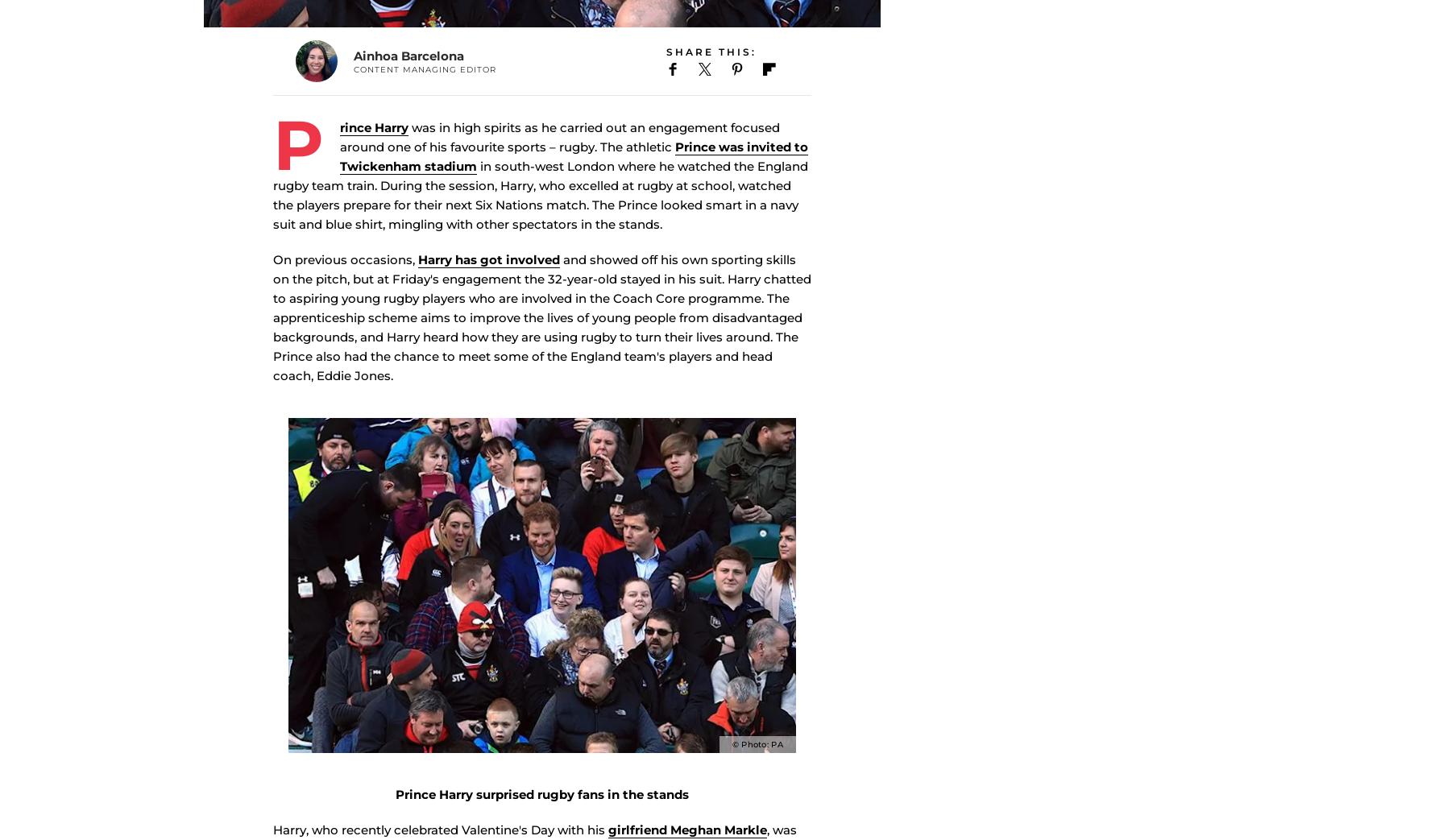 The image size is (1439, 840). Describe the element at coordinates (340, 168) in the screenshot. I see `'Prince Harry'` at that location.